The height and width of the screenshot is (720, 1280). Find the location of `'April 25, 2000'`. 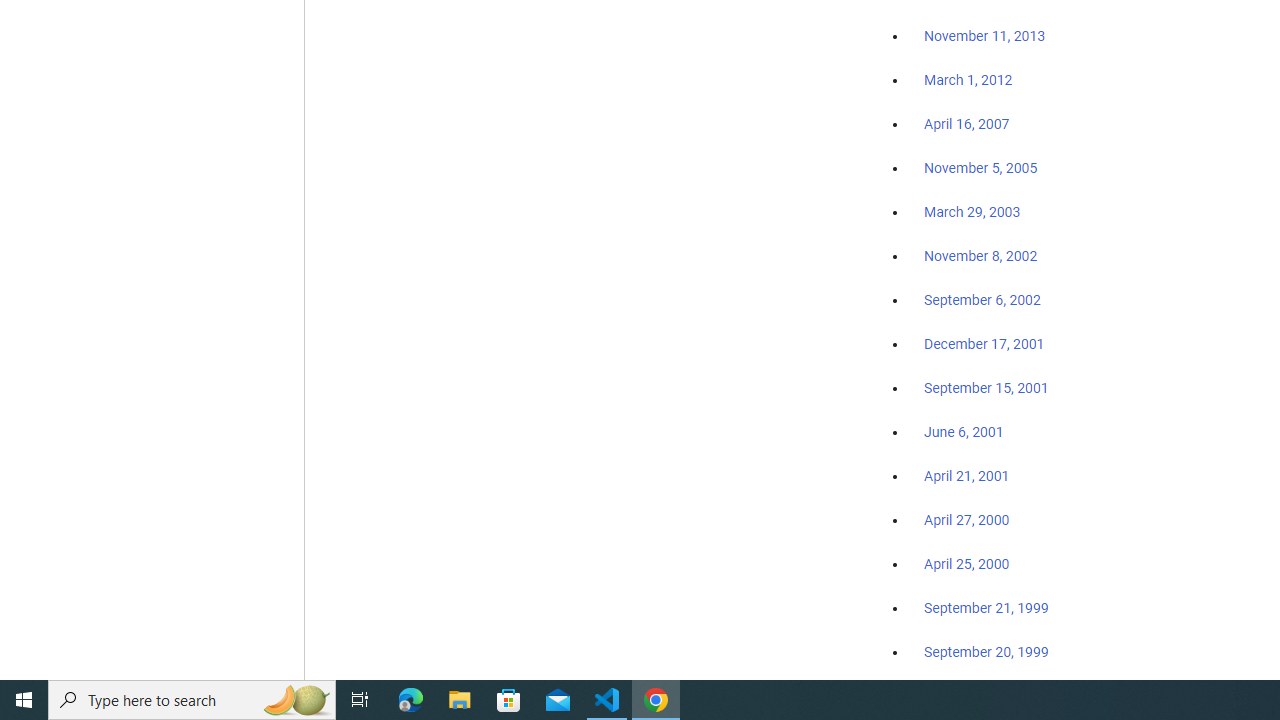

'April 25, 2000' is located at coordinates (967, 564).